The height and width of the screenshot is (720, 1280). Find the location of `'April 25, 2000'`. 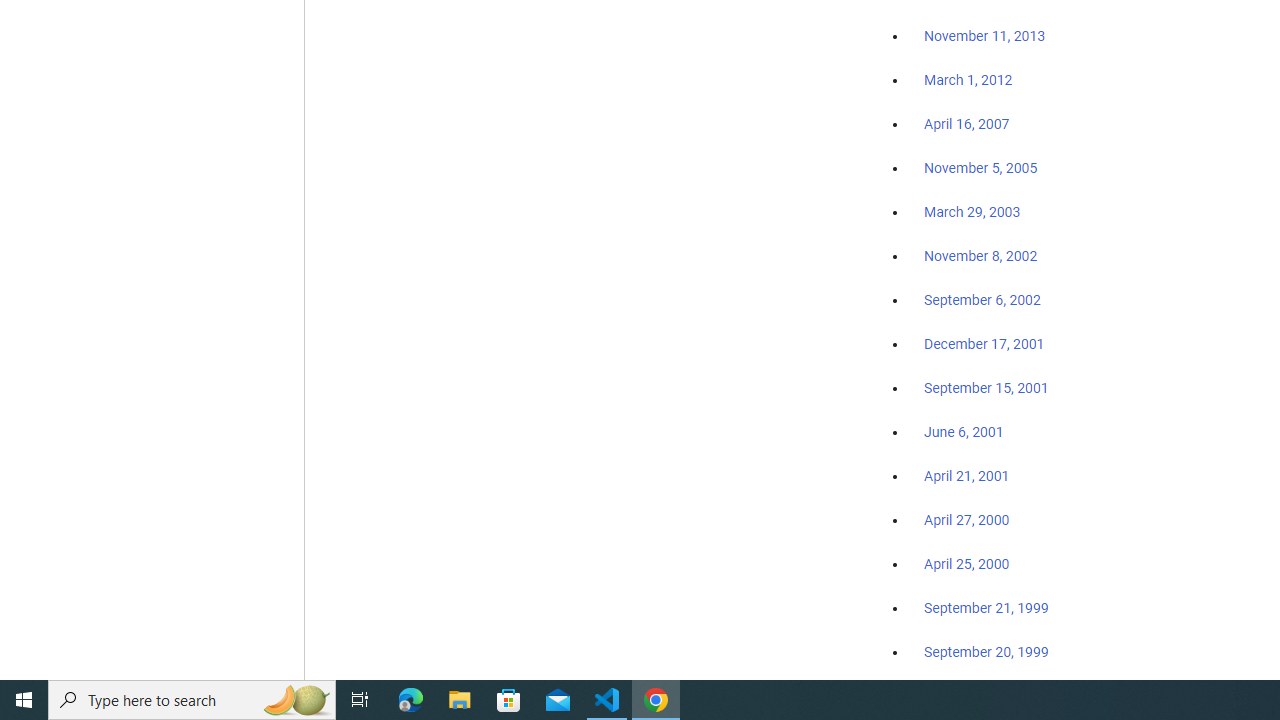

'April 25, 2000' is located at coordinates (967, 564).